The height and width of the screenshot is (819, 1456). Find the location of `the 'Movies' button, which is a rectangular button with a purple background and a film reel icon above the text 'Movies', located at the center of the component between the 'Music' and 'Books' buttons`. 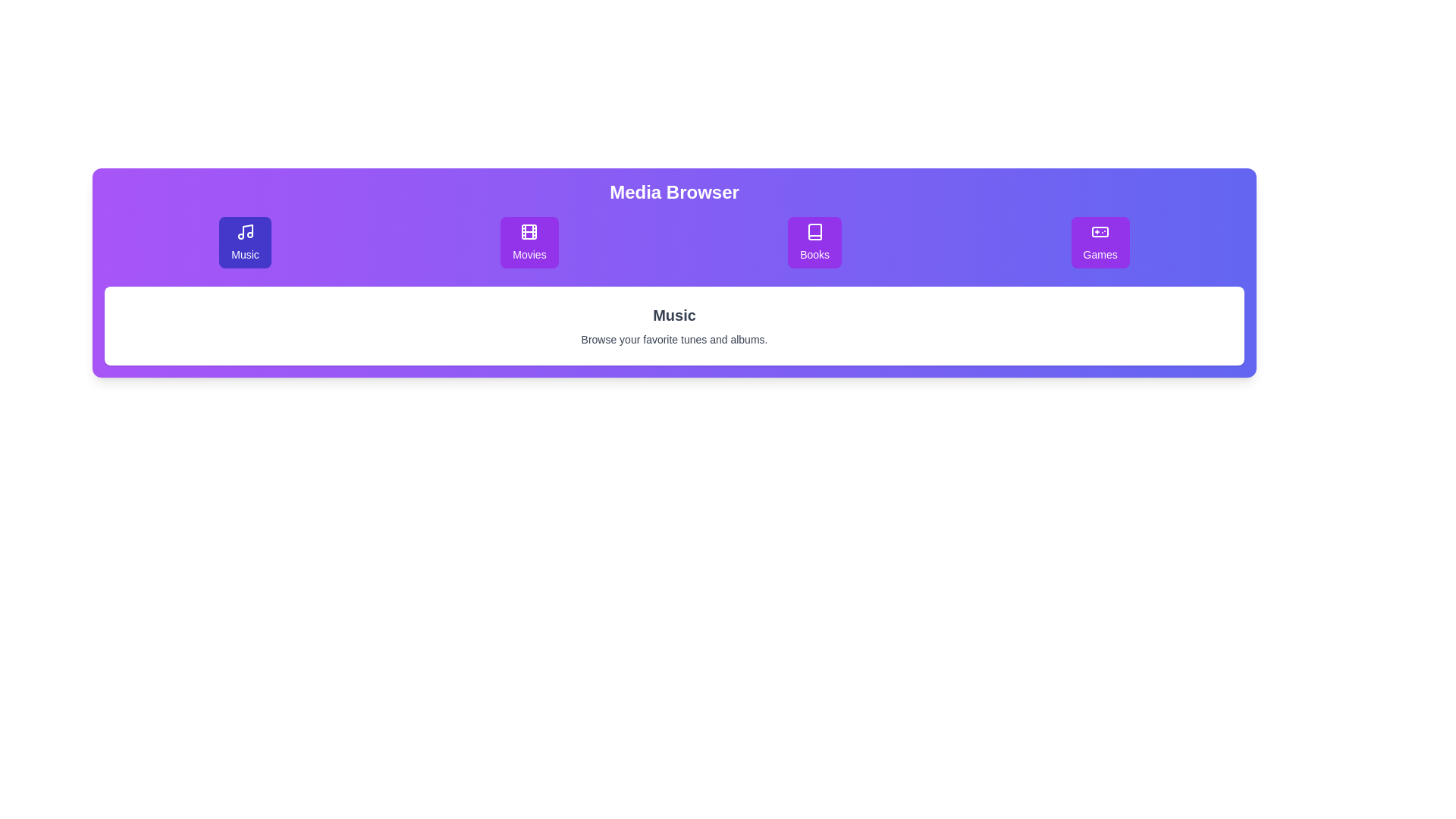

the 'Movies' button, which is a rectangular button with a purple background and a film reel icon above the text 'Movies', located at the center of the component between the 'Music' and 'Books' buttons is located at coordinates (529, 242).